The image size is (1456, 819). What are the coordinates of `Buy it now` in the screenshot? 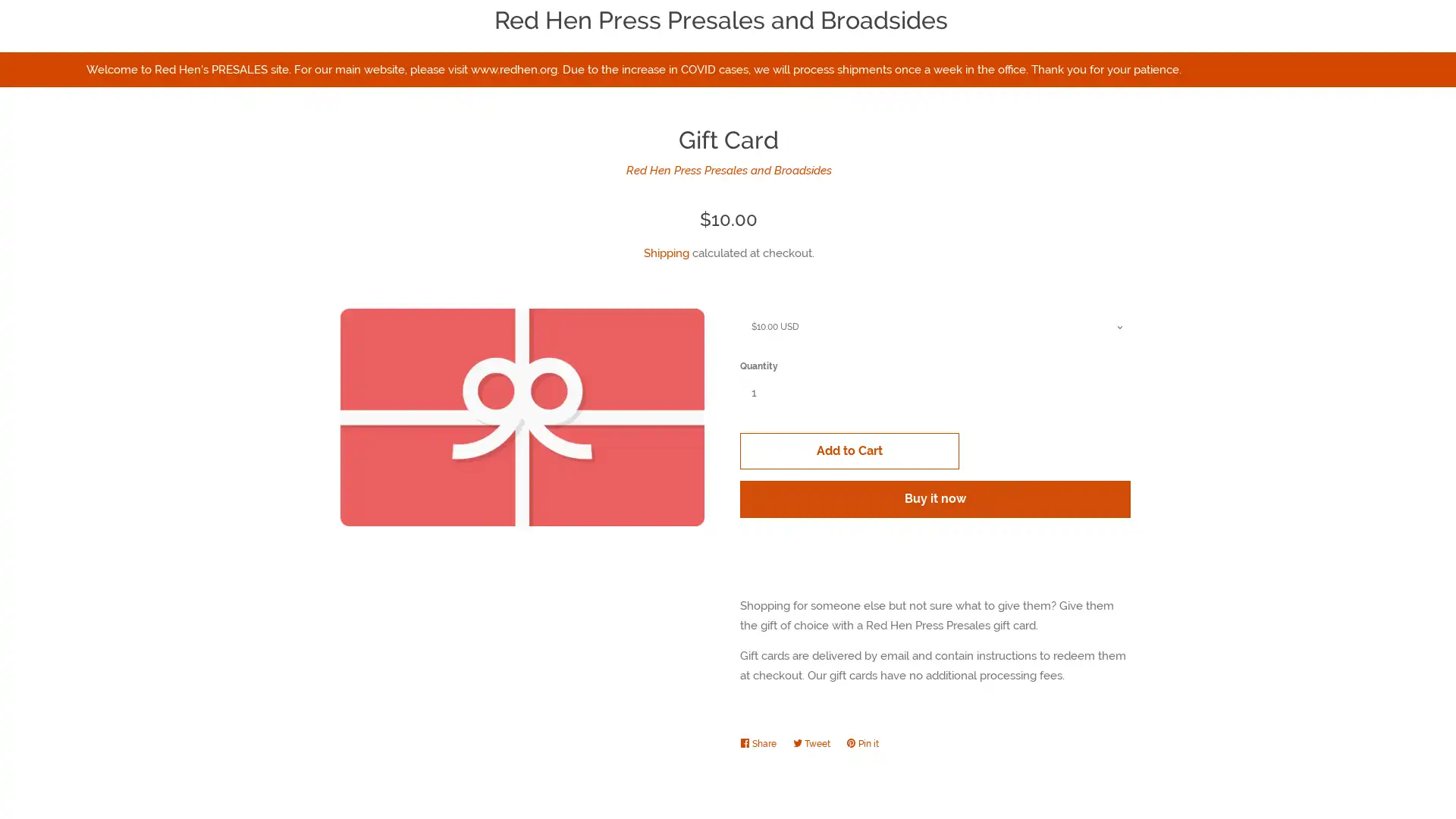 It's located at (1029, 446).